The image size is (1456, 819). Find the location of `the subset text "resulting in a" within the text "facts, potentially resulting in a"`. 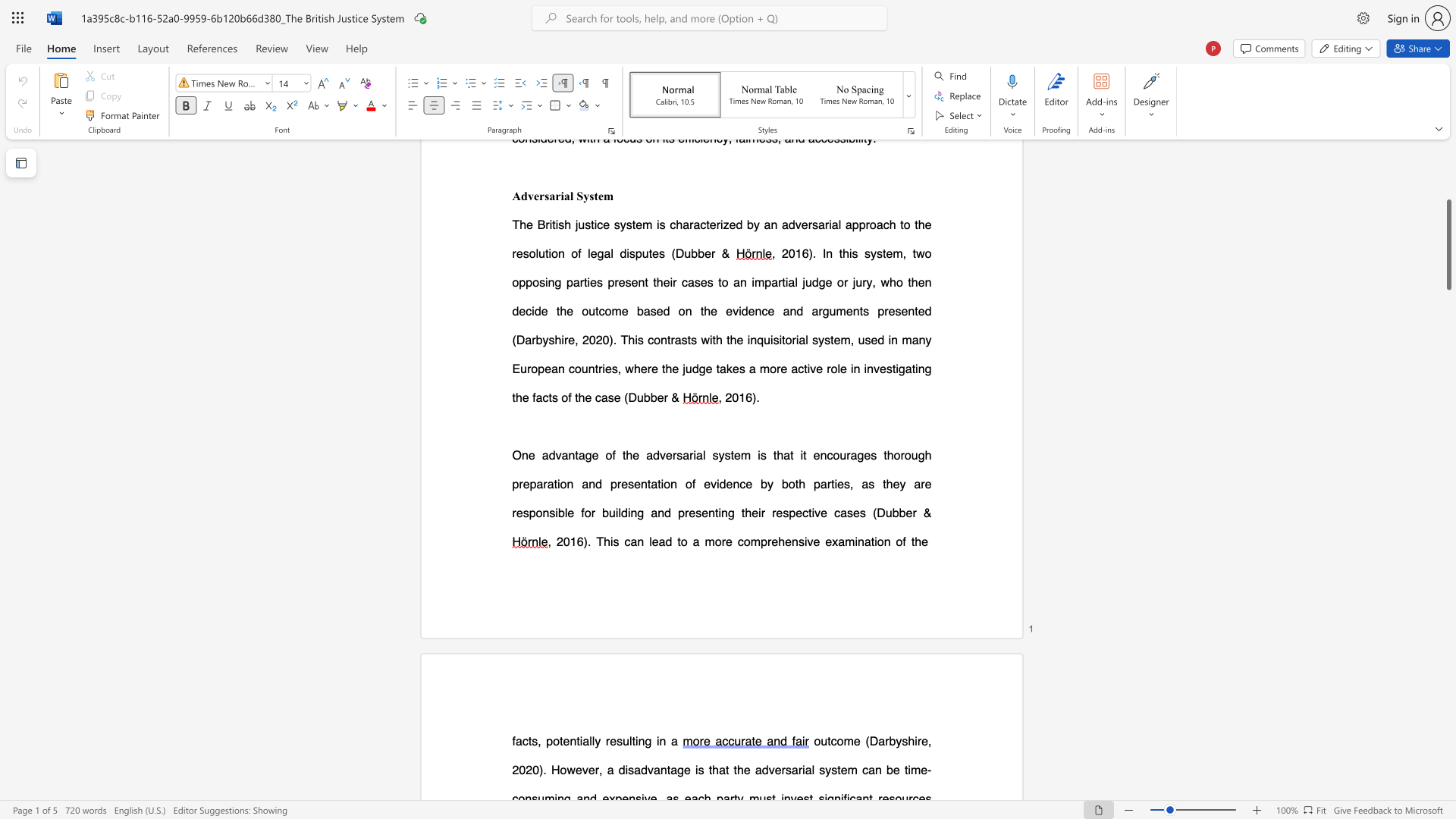

the subset text "resulting in a" within the text "facts, potentially resulting in a" is located at coordinates (604, 740).